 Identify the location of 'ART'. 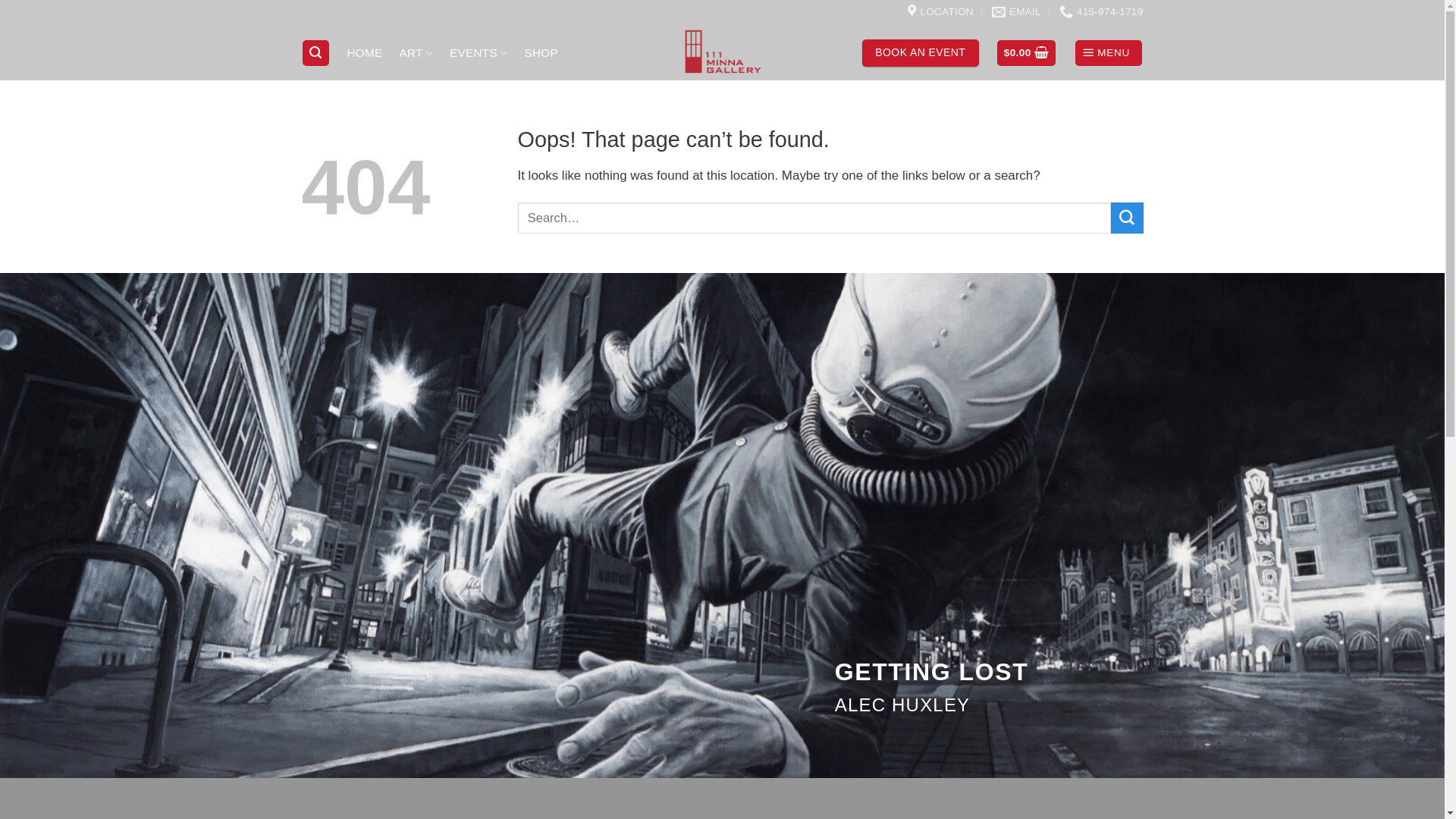
(399, 52).